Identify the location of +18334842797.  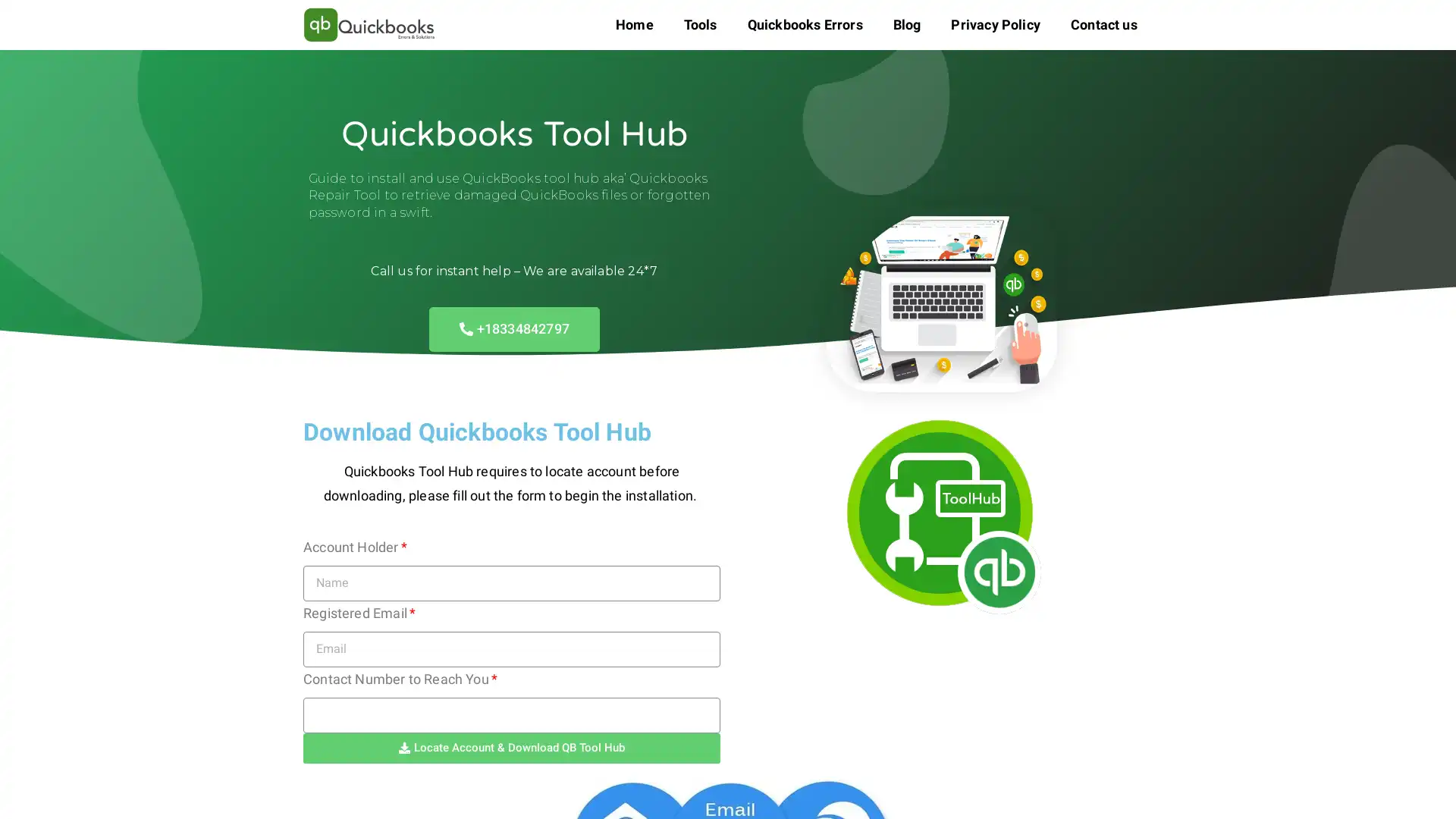
(513, 328).